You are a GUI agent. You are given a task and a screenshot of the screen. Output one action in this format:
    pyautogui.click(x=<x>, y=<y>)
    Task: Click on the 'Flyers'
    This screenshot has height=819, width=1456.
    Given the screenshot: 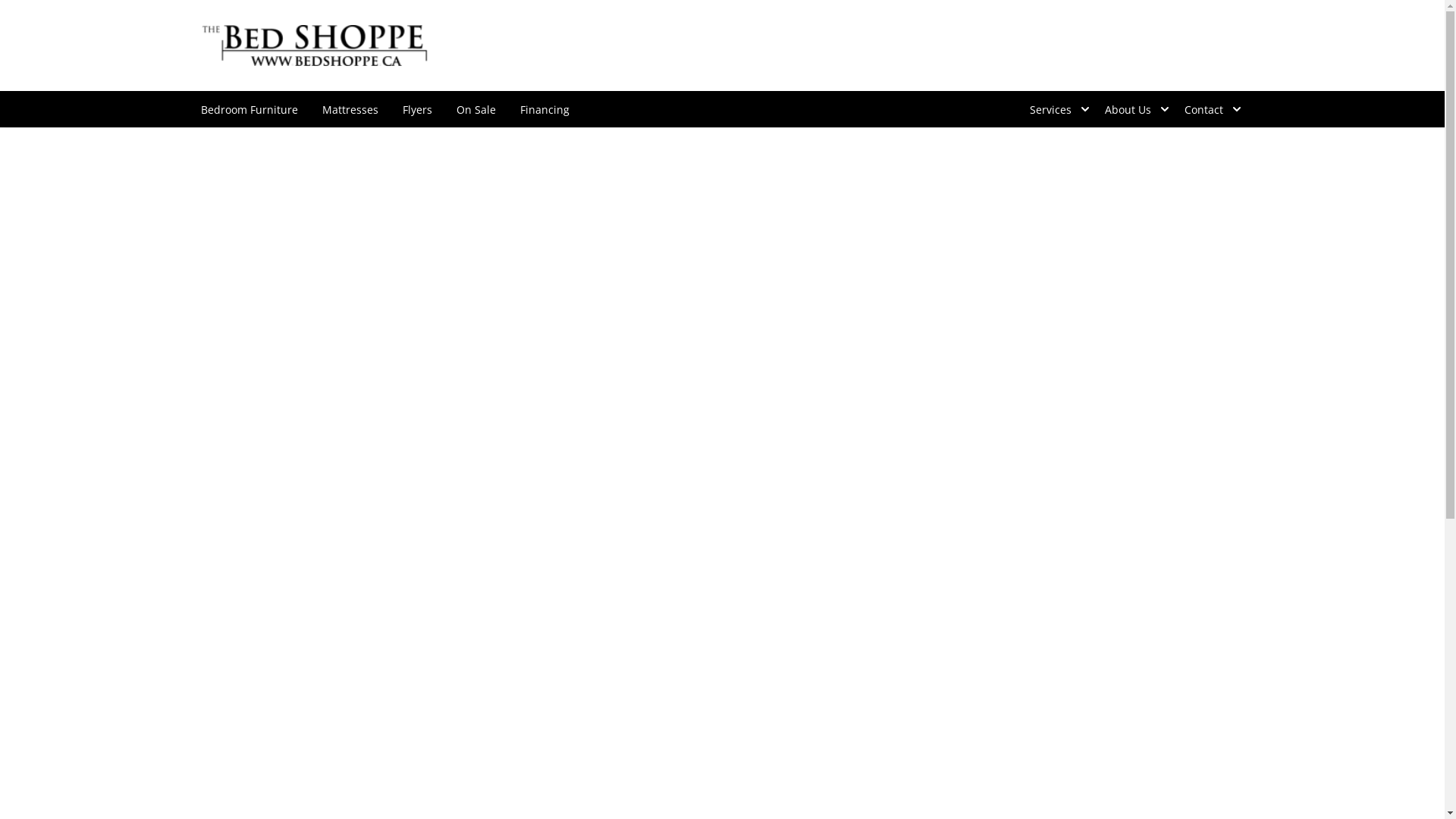 What is the action you would take?
    pyautogui.click(x=416, y=108)
    